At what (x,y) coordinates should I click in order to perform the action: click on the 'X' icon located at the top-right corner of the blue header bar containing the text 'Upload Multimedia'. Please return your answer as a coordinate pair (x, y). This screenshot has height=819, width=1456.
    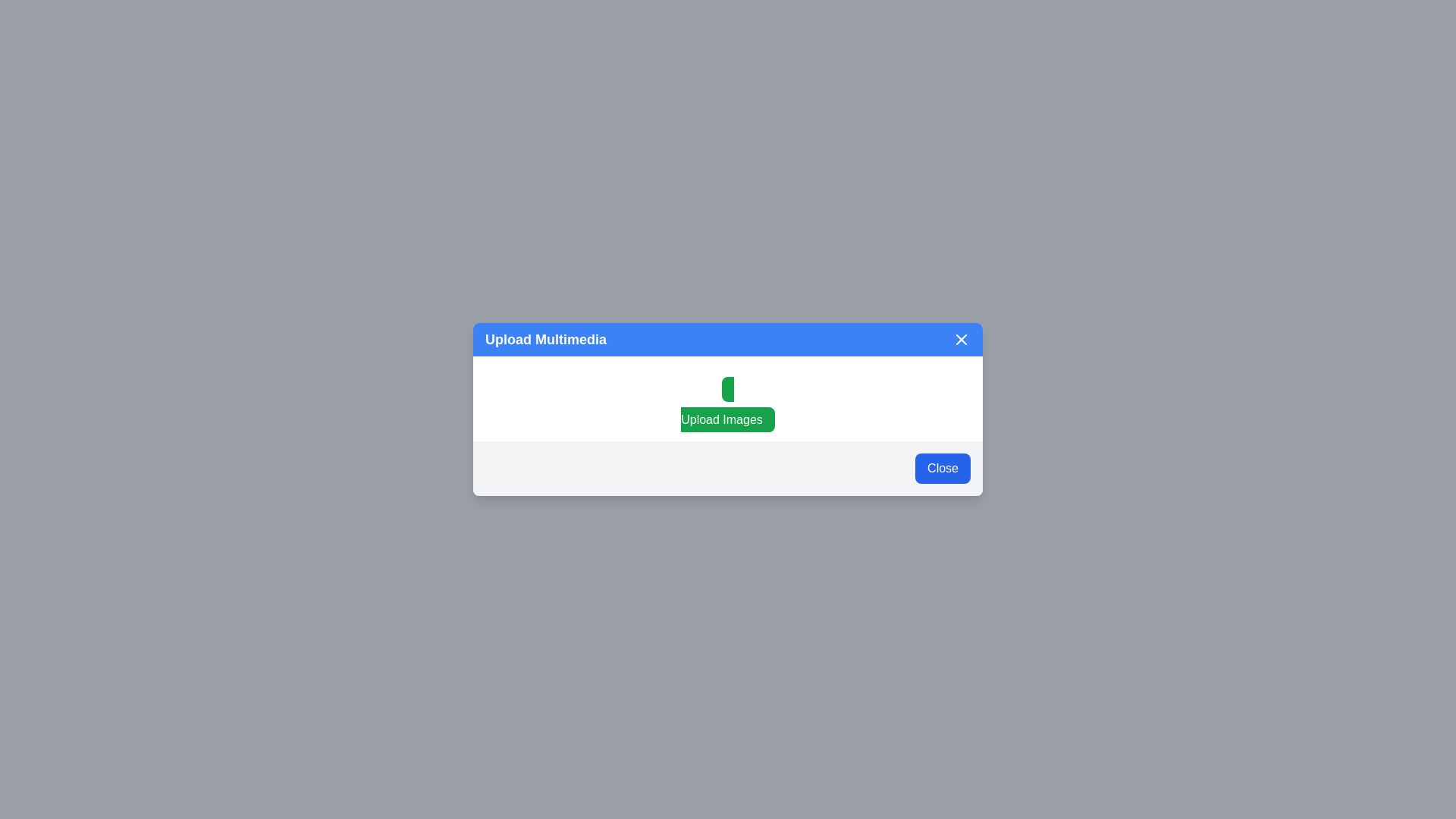
    Looking at the image, I should click on (960, 338).